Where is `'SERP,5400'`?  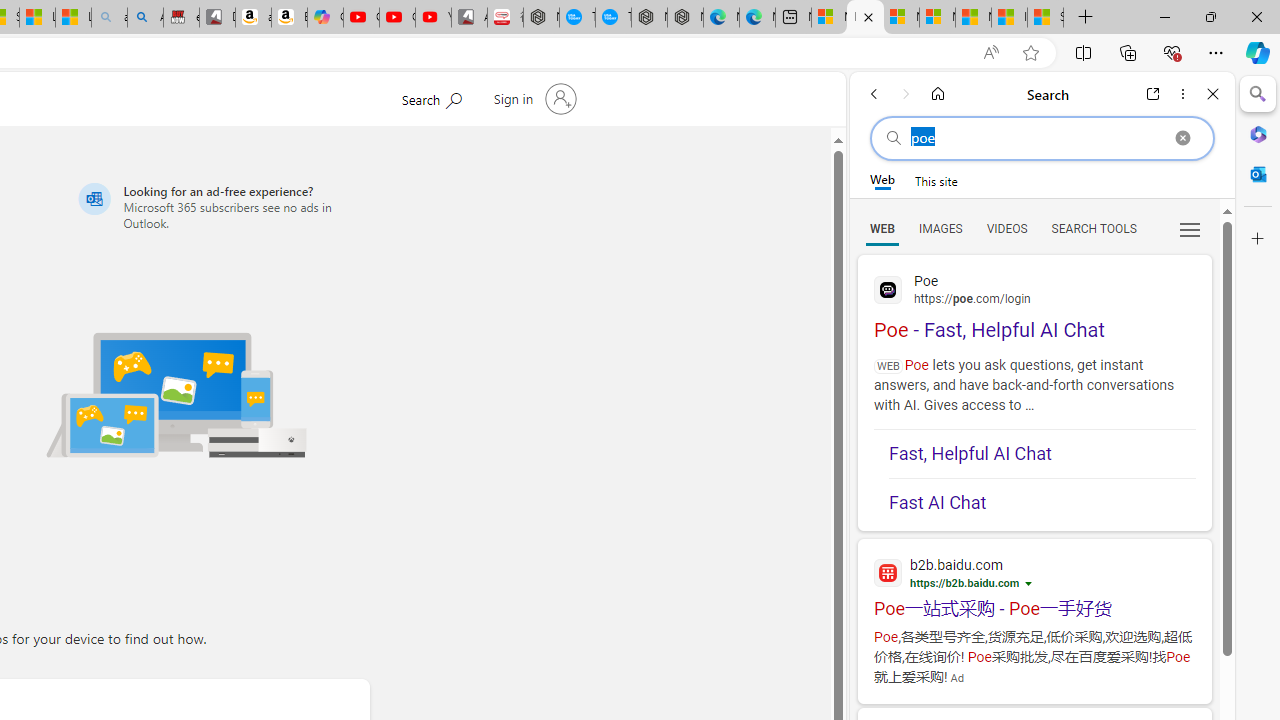
'SERP,5400' is located at coordinates (1034, 608).